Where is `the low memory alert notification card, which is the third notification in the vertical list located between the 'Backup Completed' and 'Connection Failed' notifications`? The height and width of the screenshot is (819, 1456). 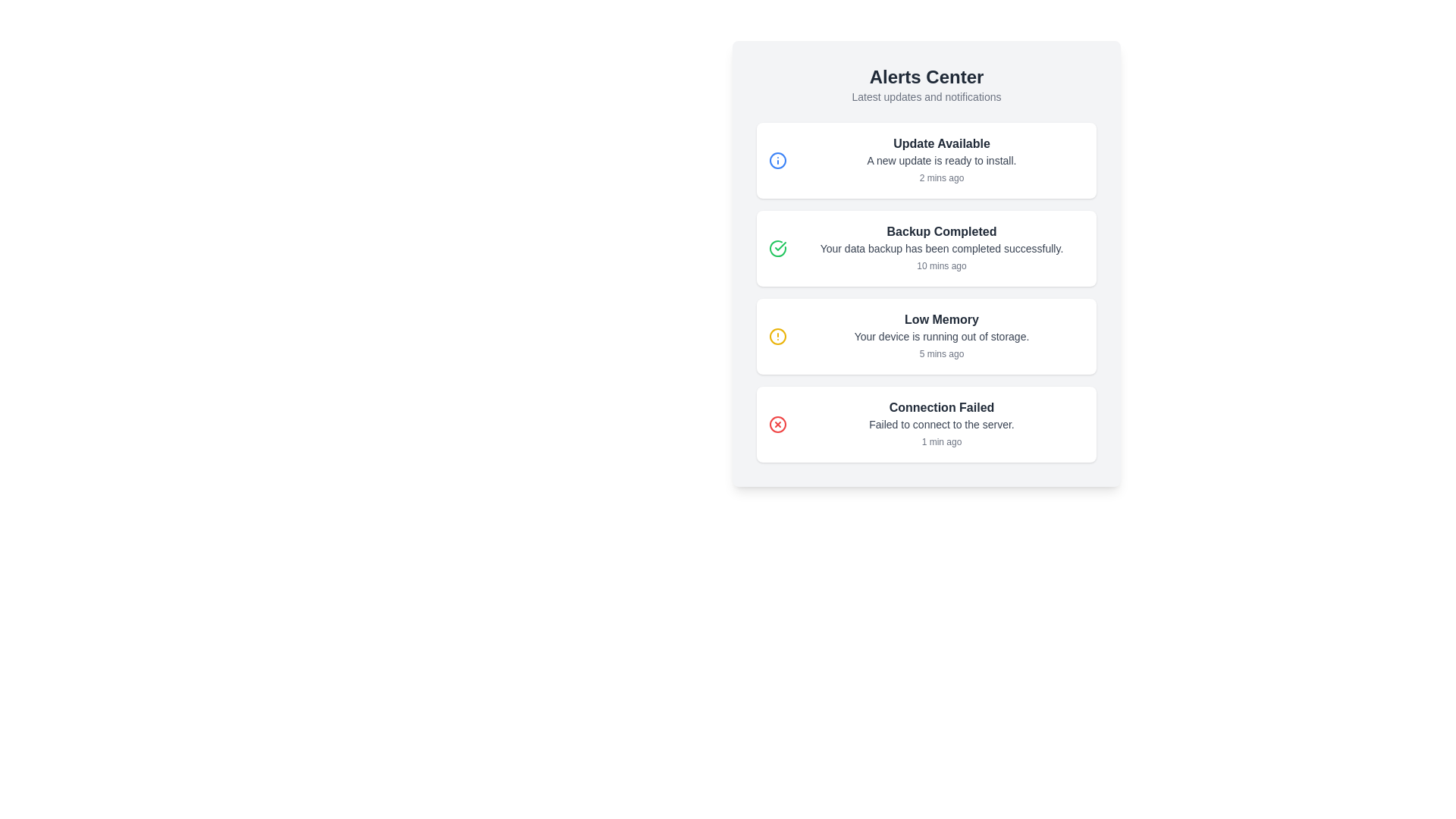
the low memory alert notification card, which is the third notification in the vertical list located between the 'Backup Completed' and 'Connection Failed' notifications is located at coordinates (926, 335).